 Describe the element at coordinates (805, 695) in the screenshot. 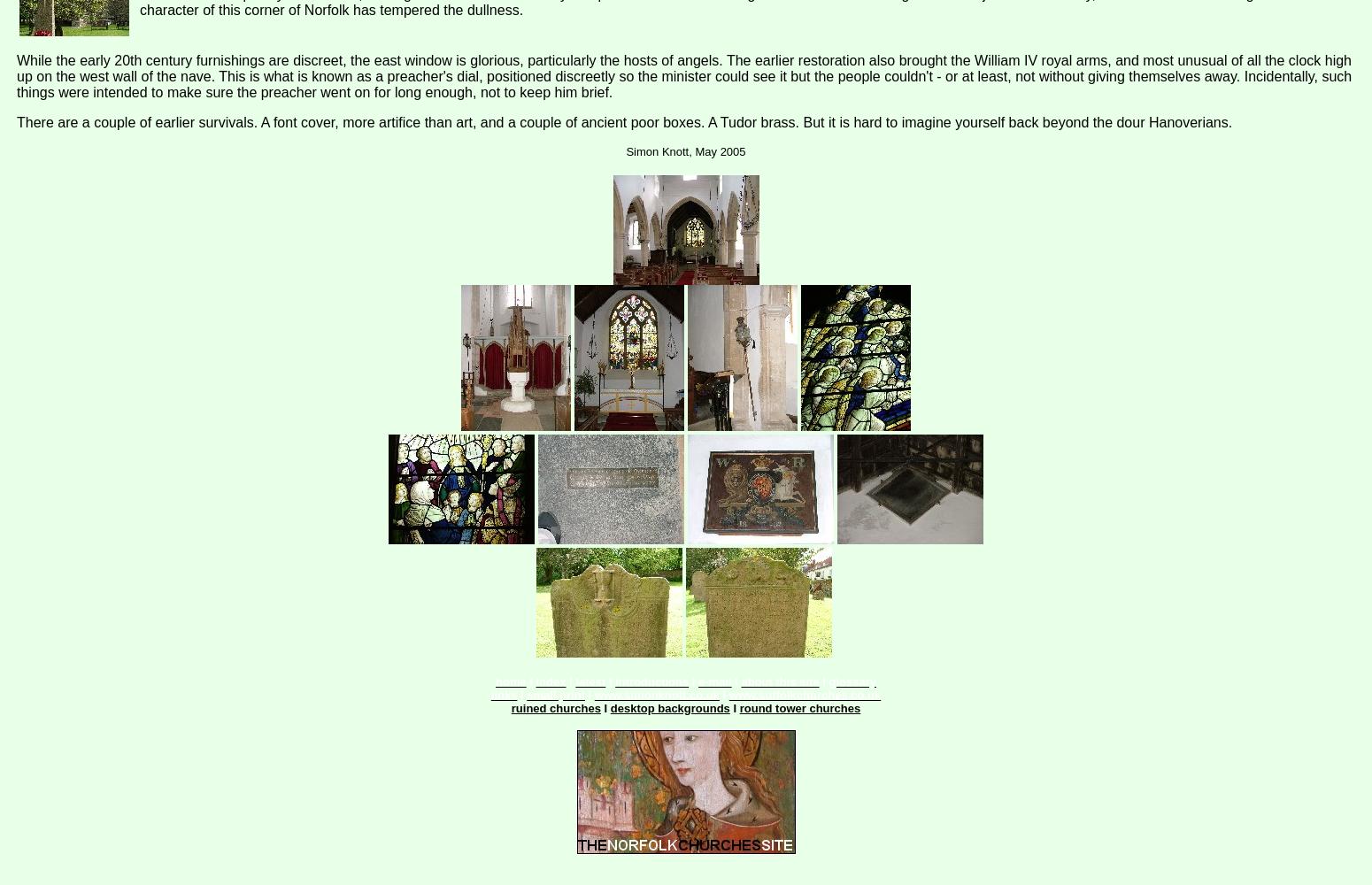

I see `'www.suffolkchurches.co.uk'` at that location.